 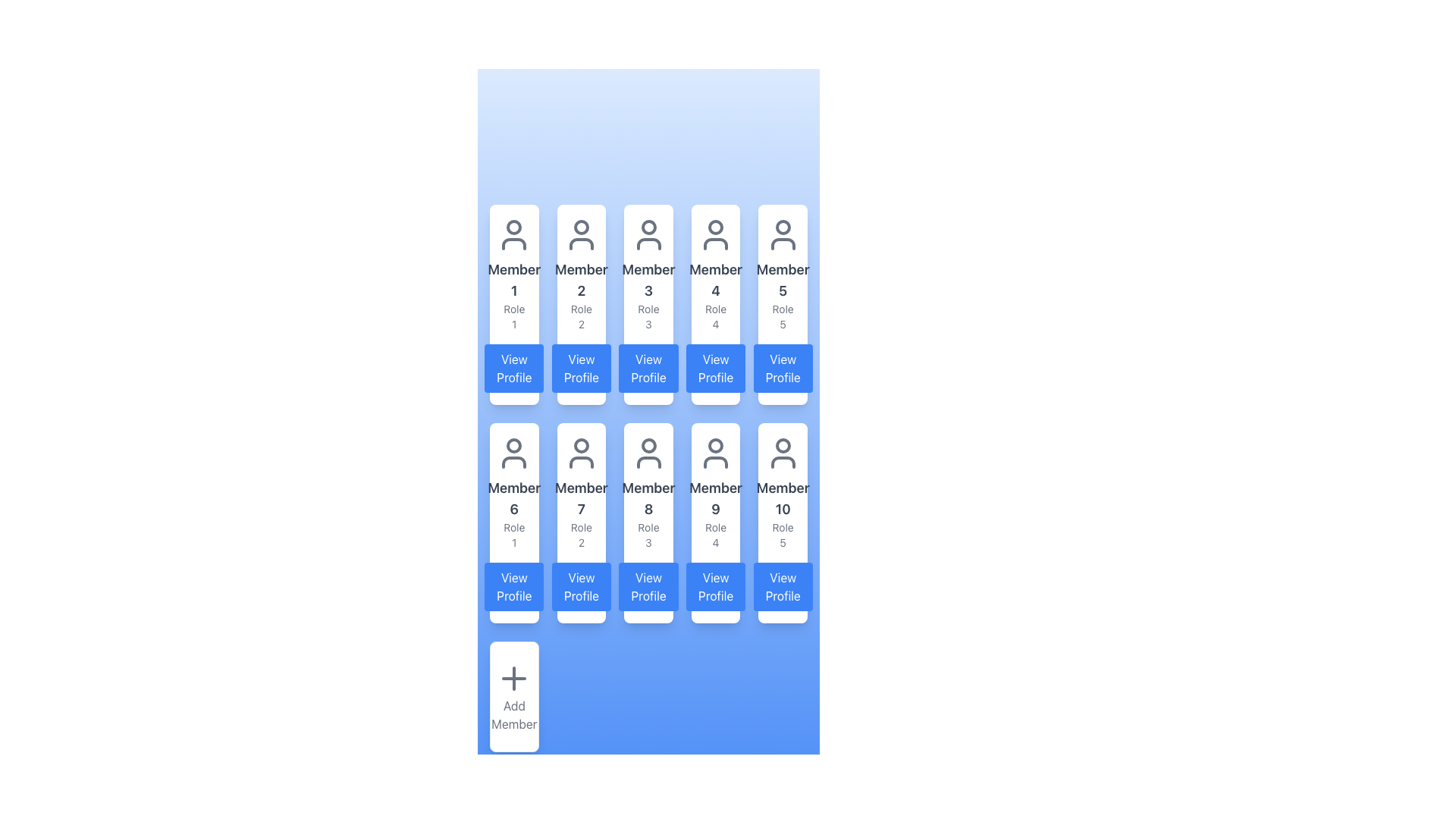 I want to click on the text label that reads 'Role 3', located within the panel labeled 'Member 3', positioned below the member name and user icon, so click(x=648, y=315).